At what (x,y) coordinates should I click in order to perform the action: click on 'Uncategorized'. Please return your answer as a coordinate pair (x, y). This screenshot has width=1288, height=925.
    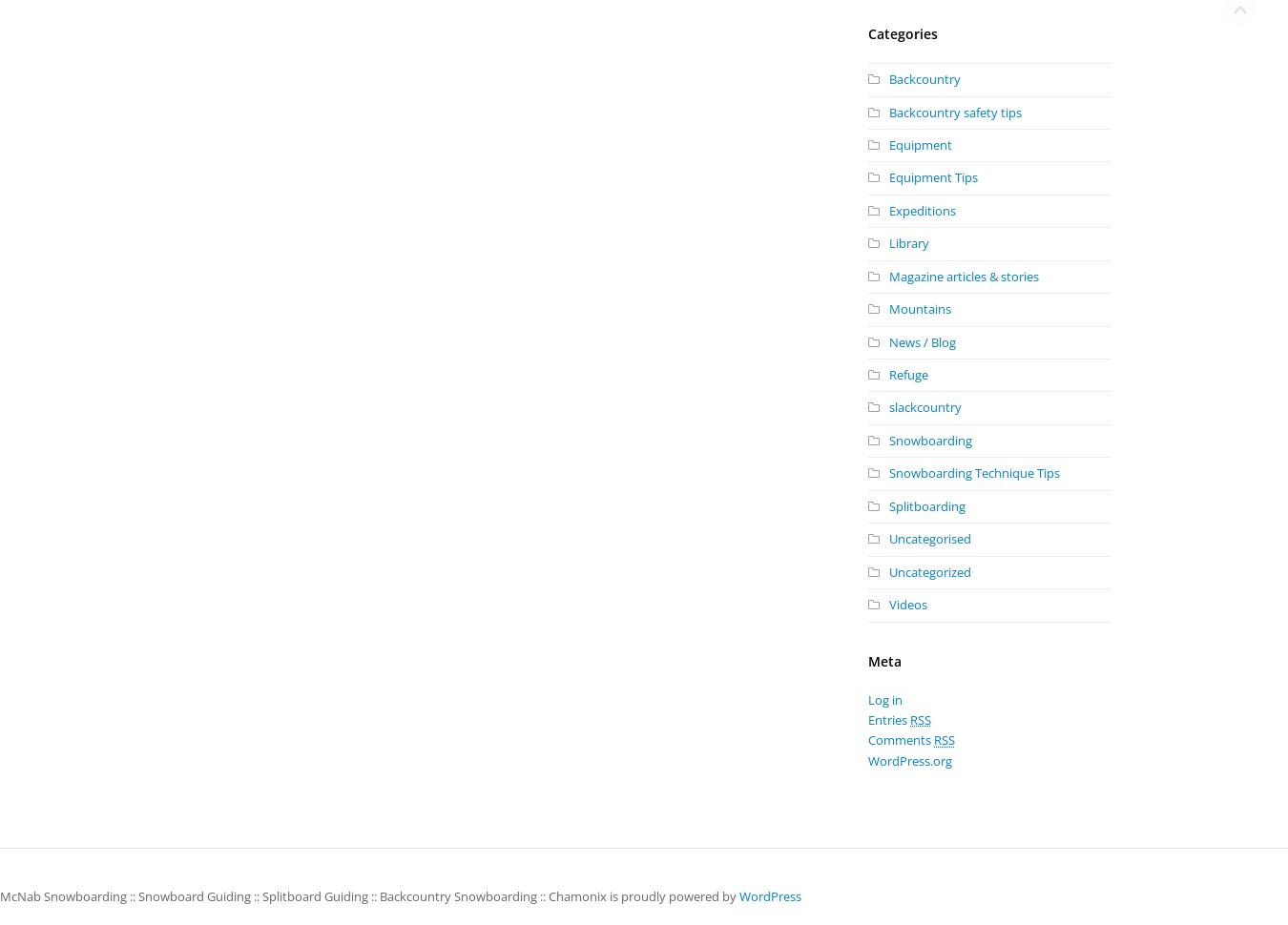
    Looking at the image, I should click on (928, 570).